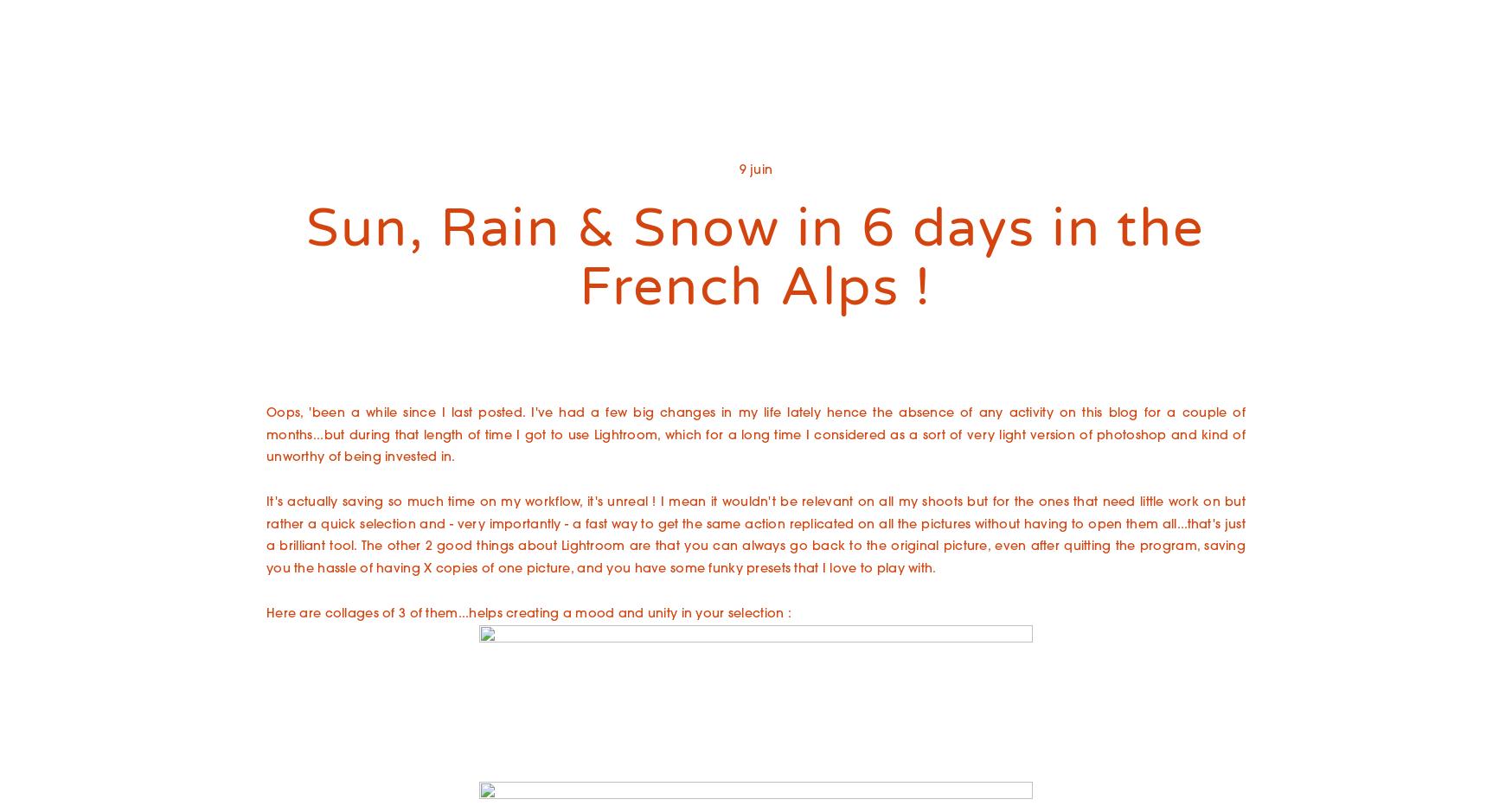 The image size is (1512, 812). Describe the element at coordinates (740, 144) in the screenshot. I see `'Entrepreneurs : Branding et singularité'` at that location.